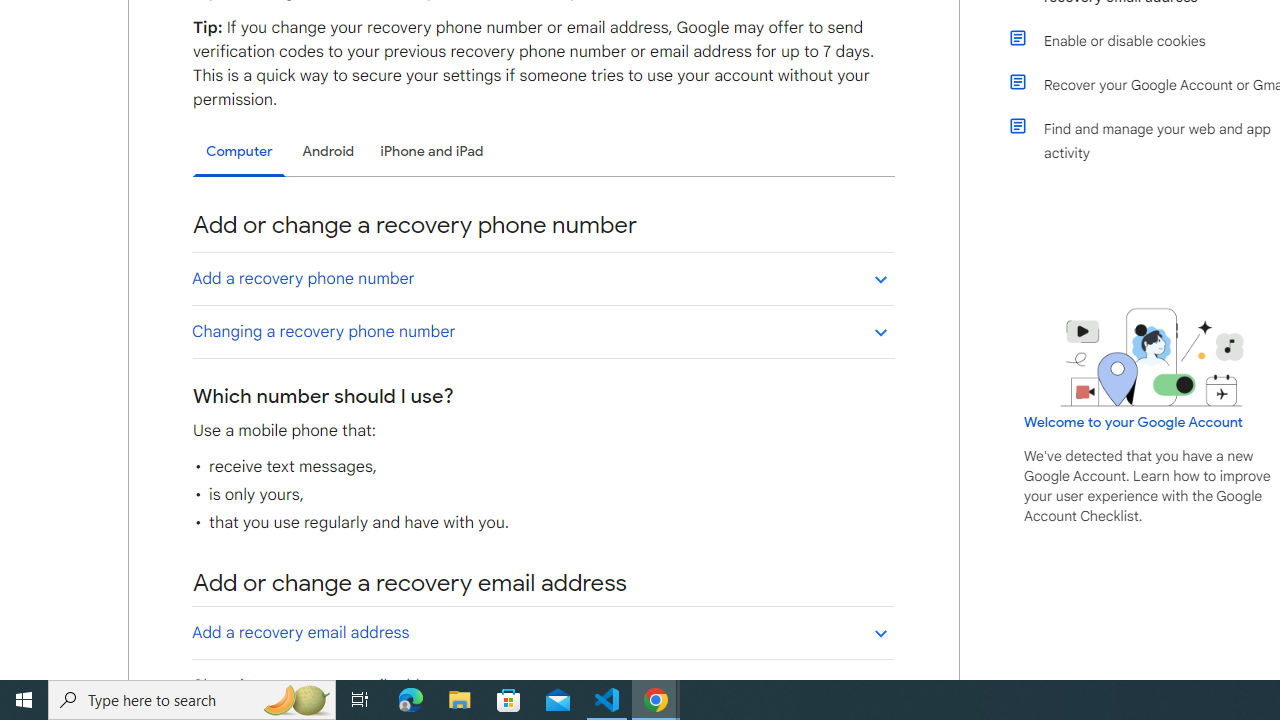 The image size is (1280, 720). What do you see at coordinates (1152, 356) in the screenshot?
I see `'Learning Center home page image'` at bounding box center [1152, 356].